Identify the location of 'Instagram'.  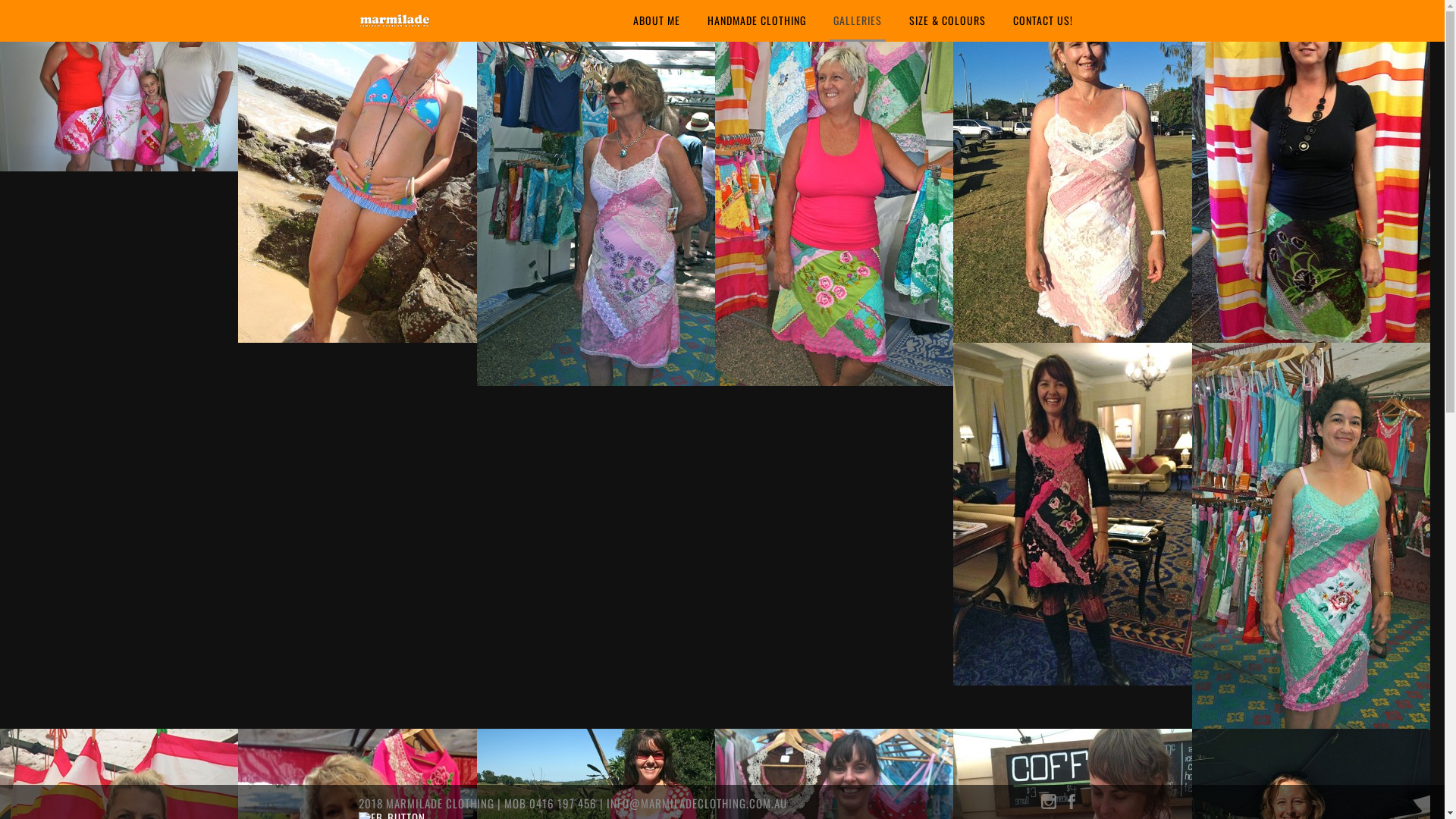
(1047, 804).